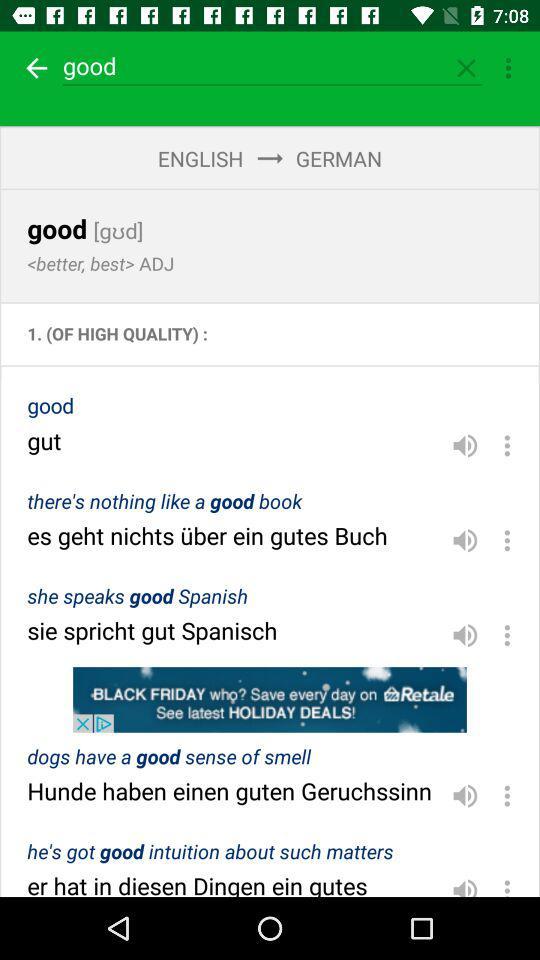 This screenshot has width=540, height=960. What do you see at coordinates (270, 699) in the screenshot?
I see `advertisement` at bounding box center [270, 699].